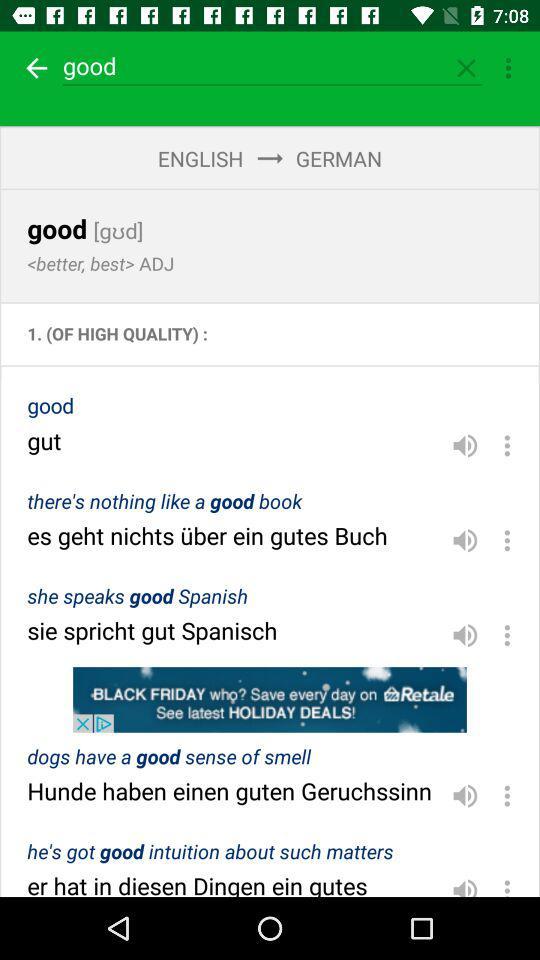 This screenshot has width=540, height=960. What do you see at coordinates (270, 699) in the screenshot?
I see `advertisement` at bounding box center [270, 699].